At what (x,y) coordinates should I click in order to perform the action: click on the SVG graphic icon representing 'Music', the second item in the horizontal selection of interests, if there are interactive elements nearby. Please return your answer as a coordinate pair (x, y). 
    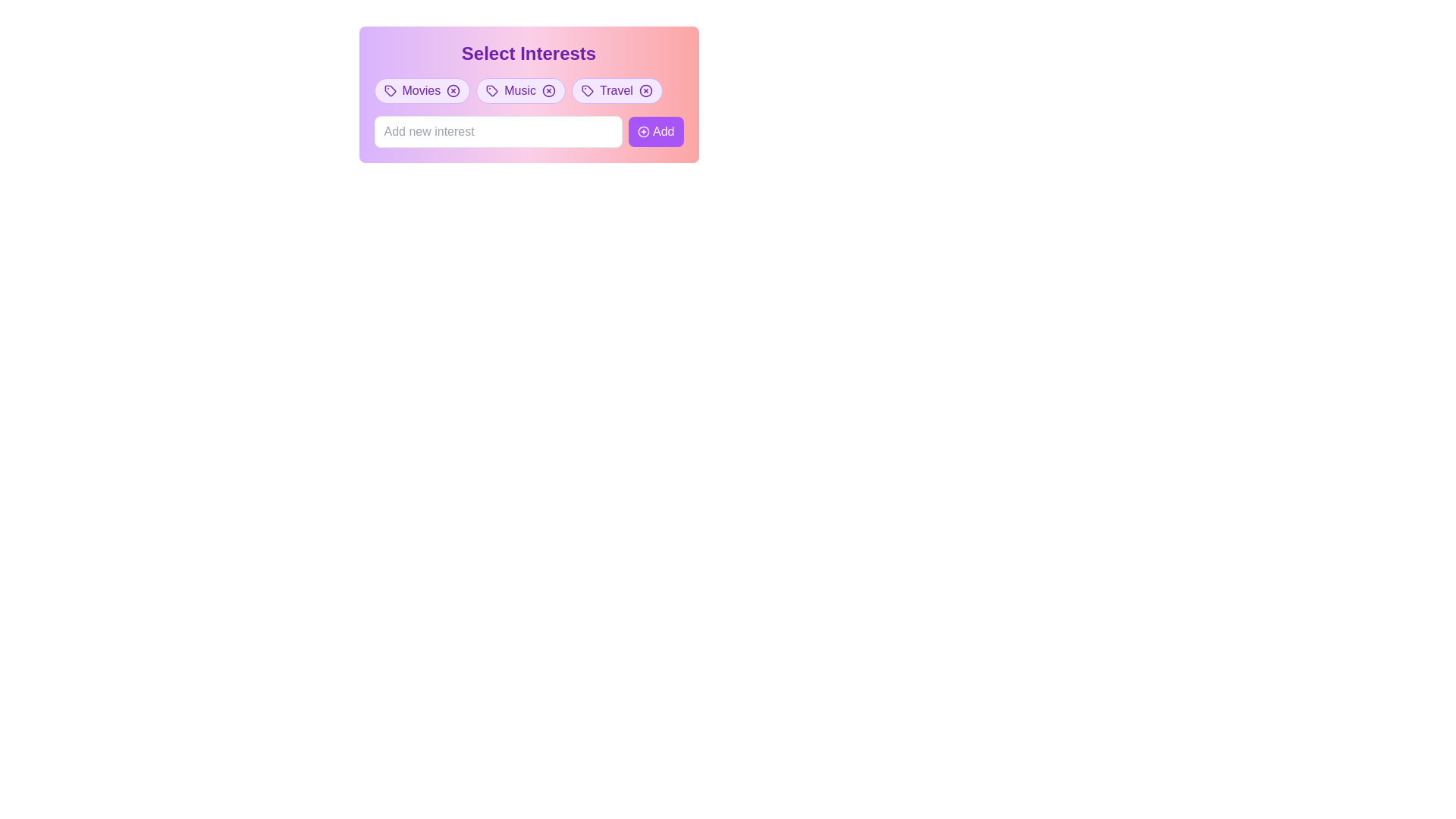
    Looking at the image, I should click on (492, 90).